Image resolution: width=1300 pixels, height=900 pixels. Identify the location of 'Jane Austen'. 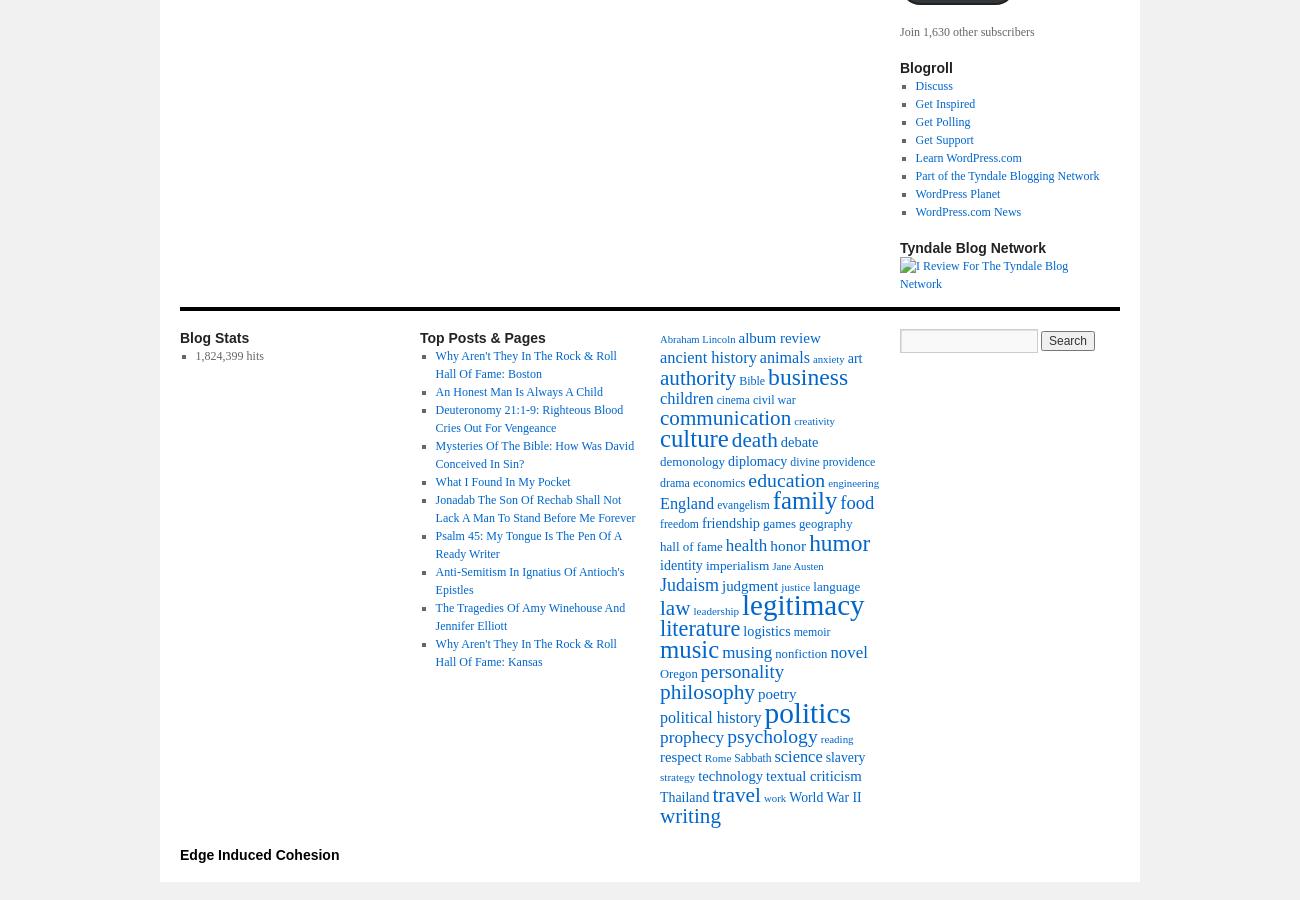
(796, 566).